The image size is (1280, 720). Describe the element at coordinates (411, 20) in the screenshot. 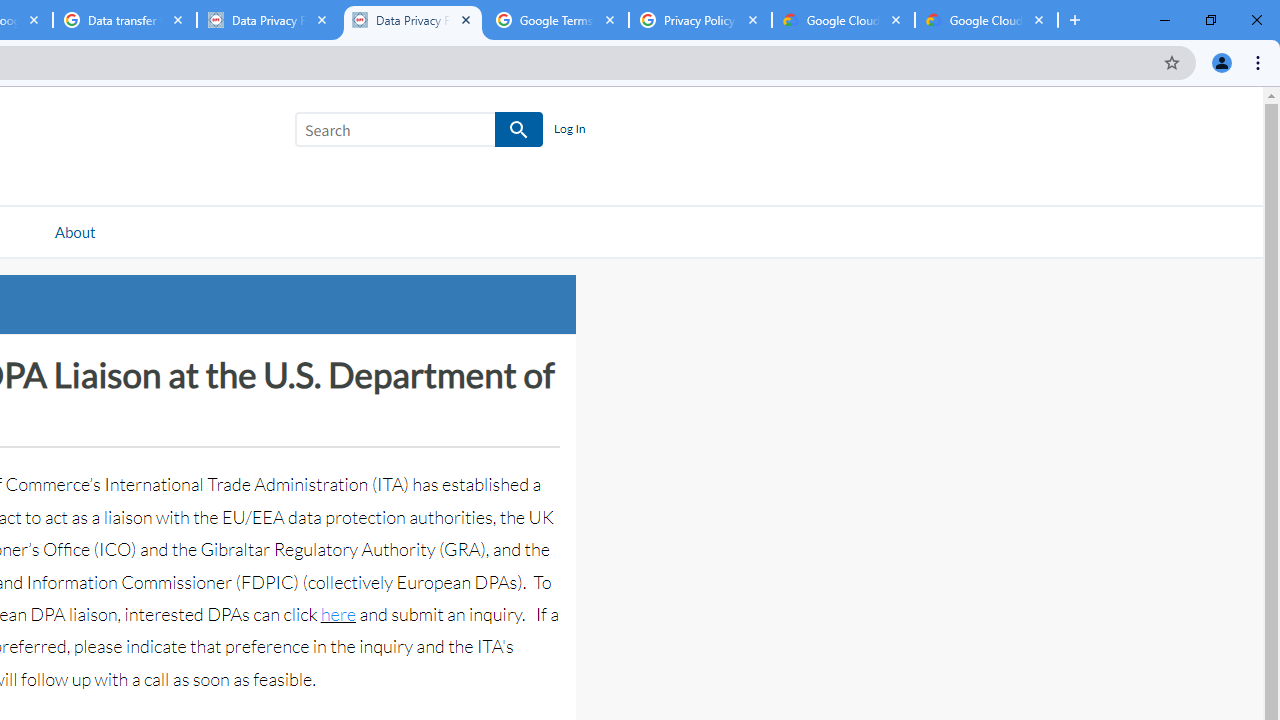

I see `'Data Privacy Framework'` at that location.